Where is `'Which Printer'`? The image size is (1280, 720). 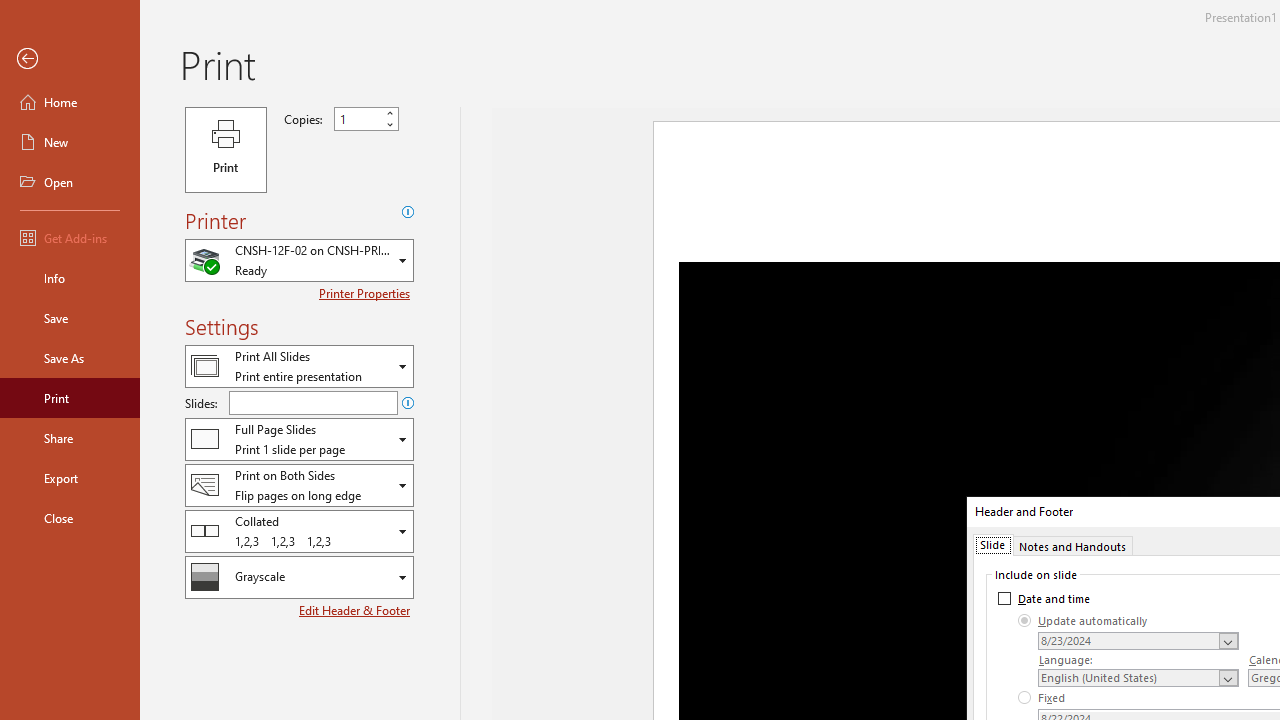
'Which Printer' is located at coordinates (298, 259).